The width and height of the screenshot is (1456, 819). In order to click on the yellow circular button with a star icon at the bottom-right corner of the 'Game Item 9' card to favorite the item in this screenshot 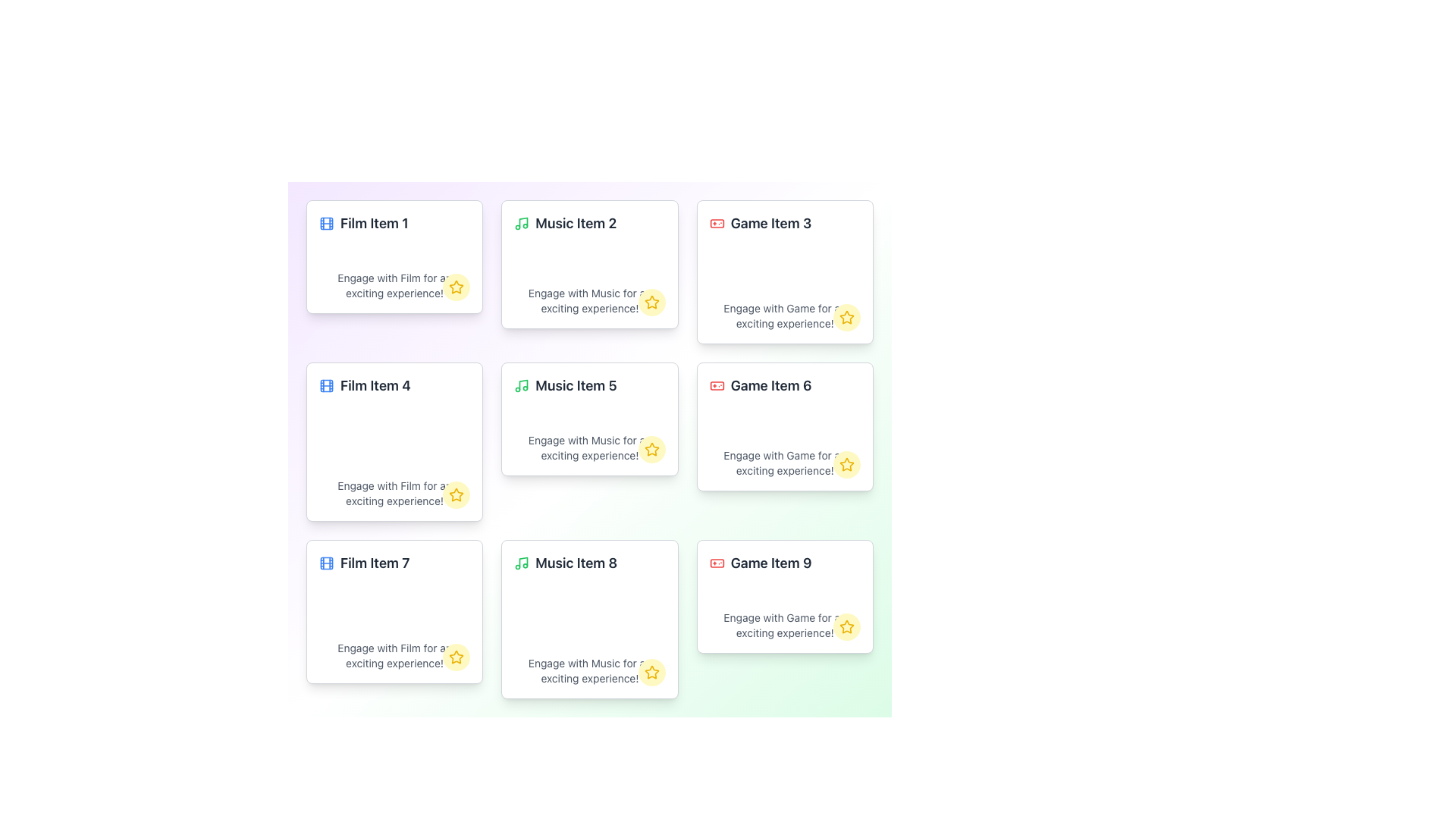, I will do `click(846, 626)`.